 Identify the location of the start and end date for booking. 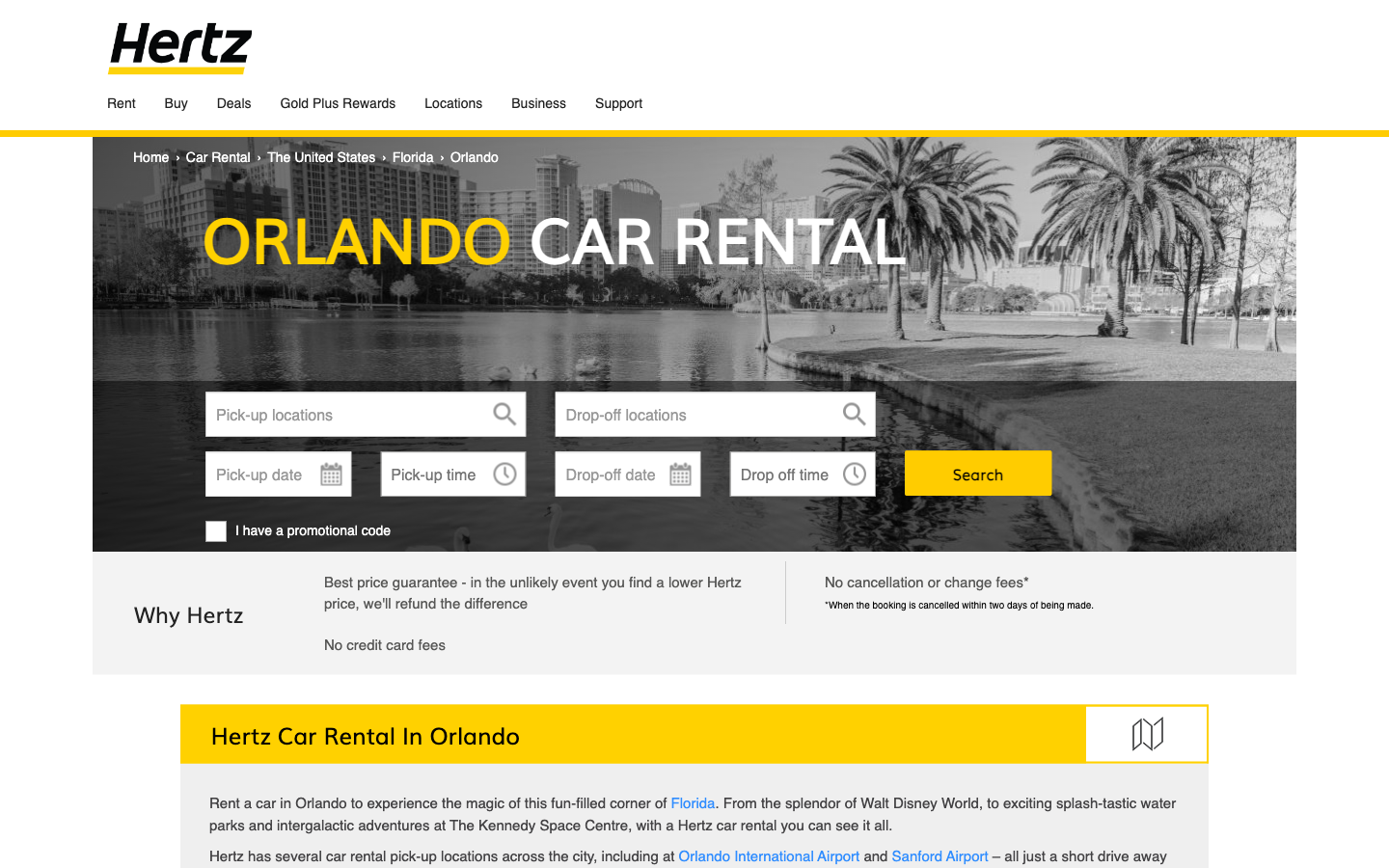
(277, 473).